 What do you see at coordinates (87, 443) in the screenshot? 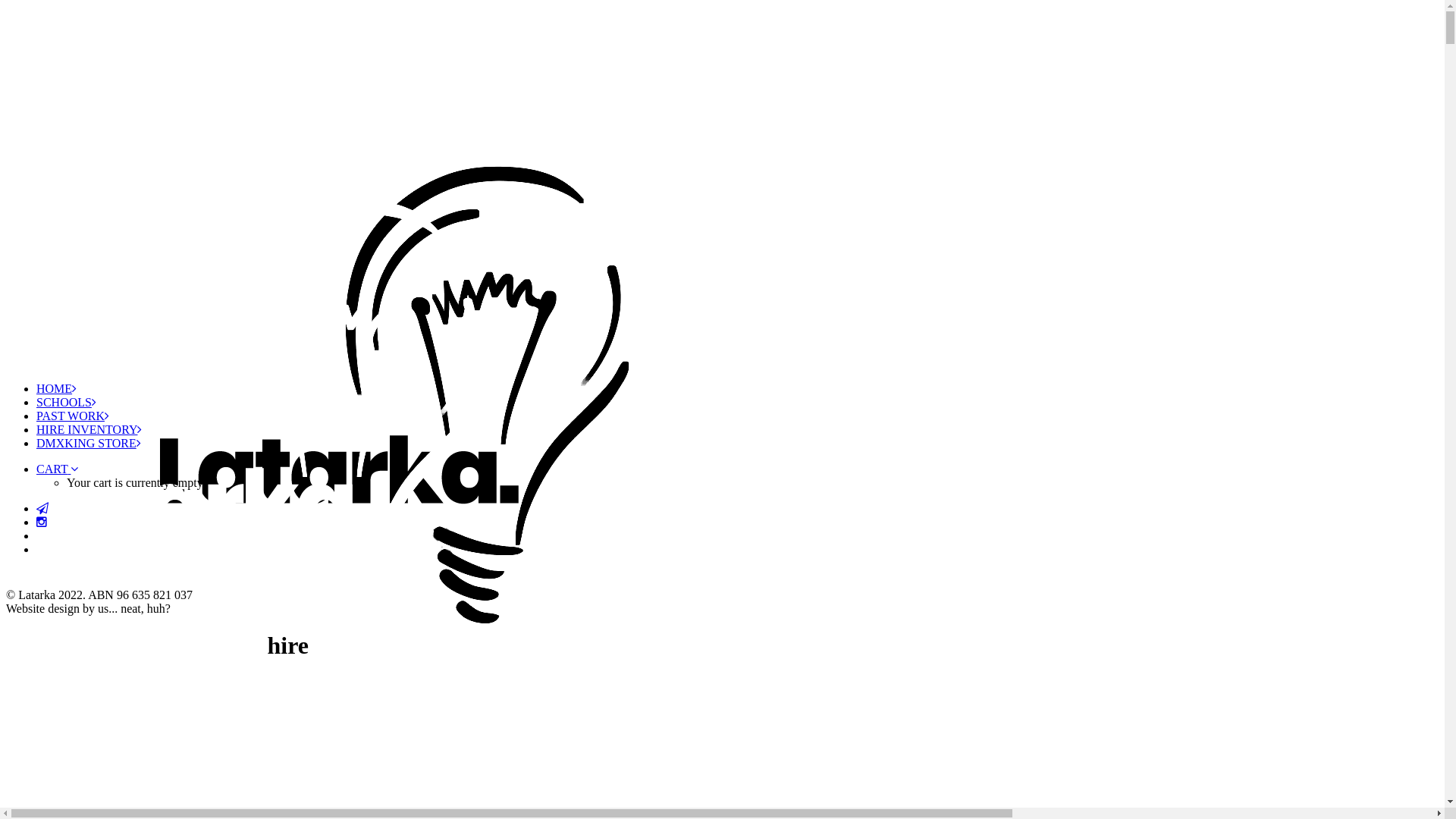
I see `'DMXKING STORE'` at bounding box center [87, 443].